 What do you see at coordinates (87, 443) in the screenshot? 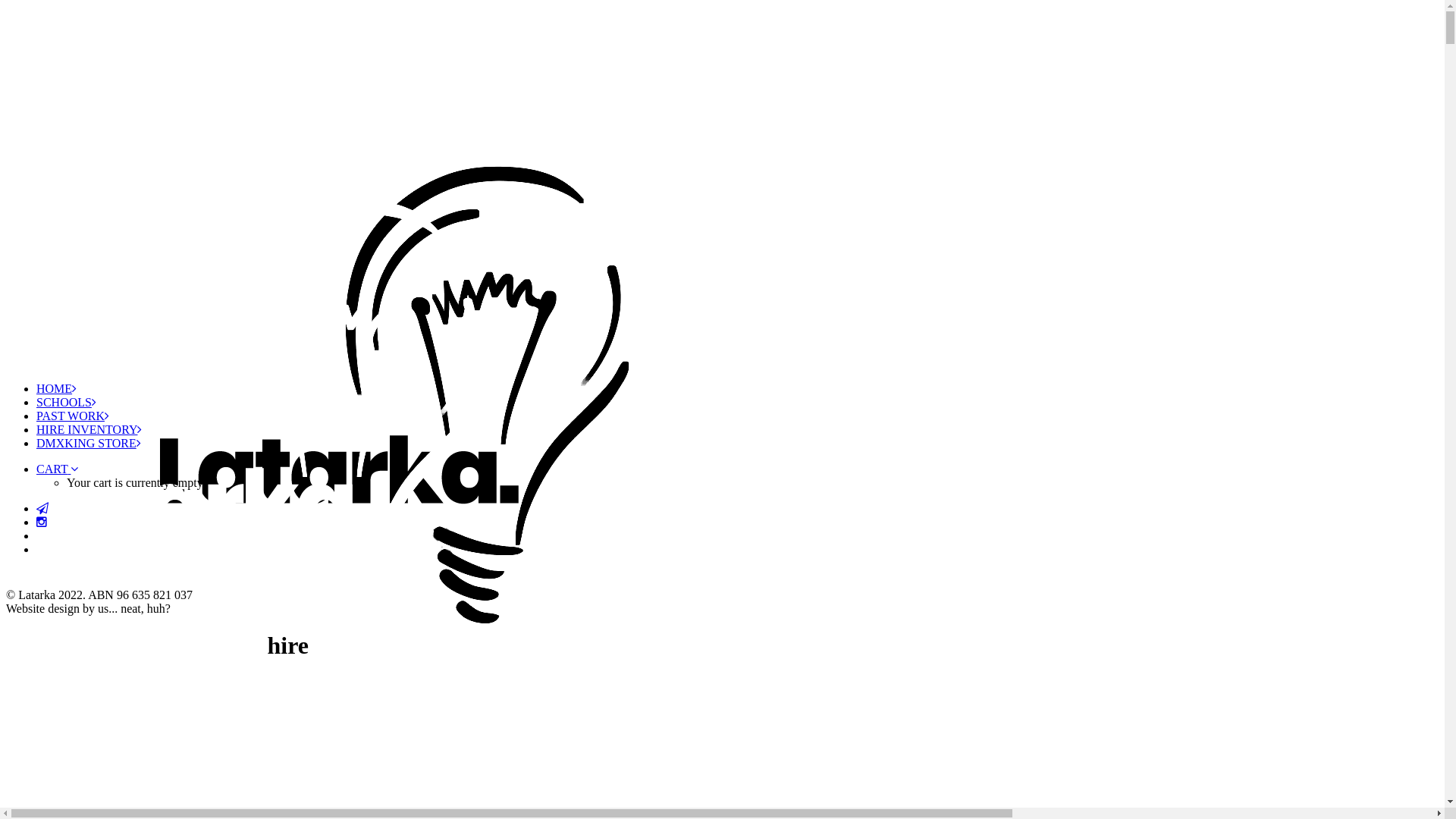
I see `'DMXKING STORE'` at bounding box center [87, 443].